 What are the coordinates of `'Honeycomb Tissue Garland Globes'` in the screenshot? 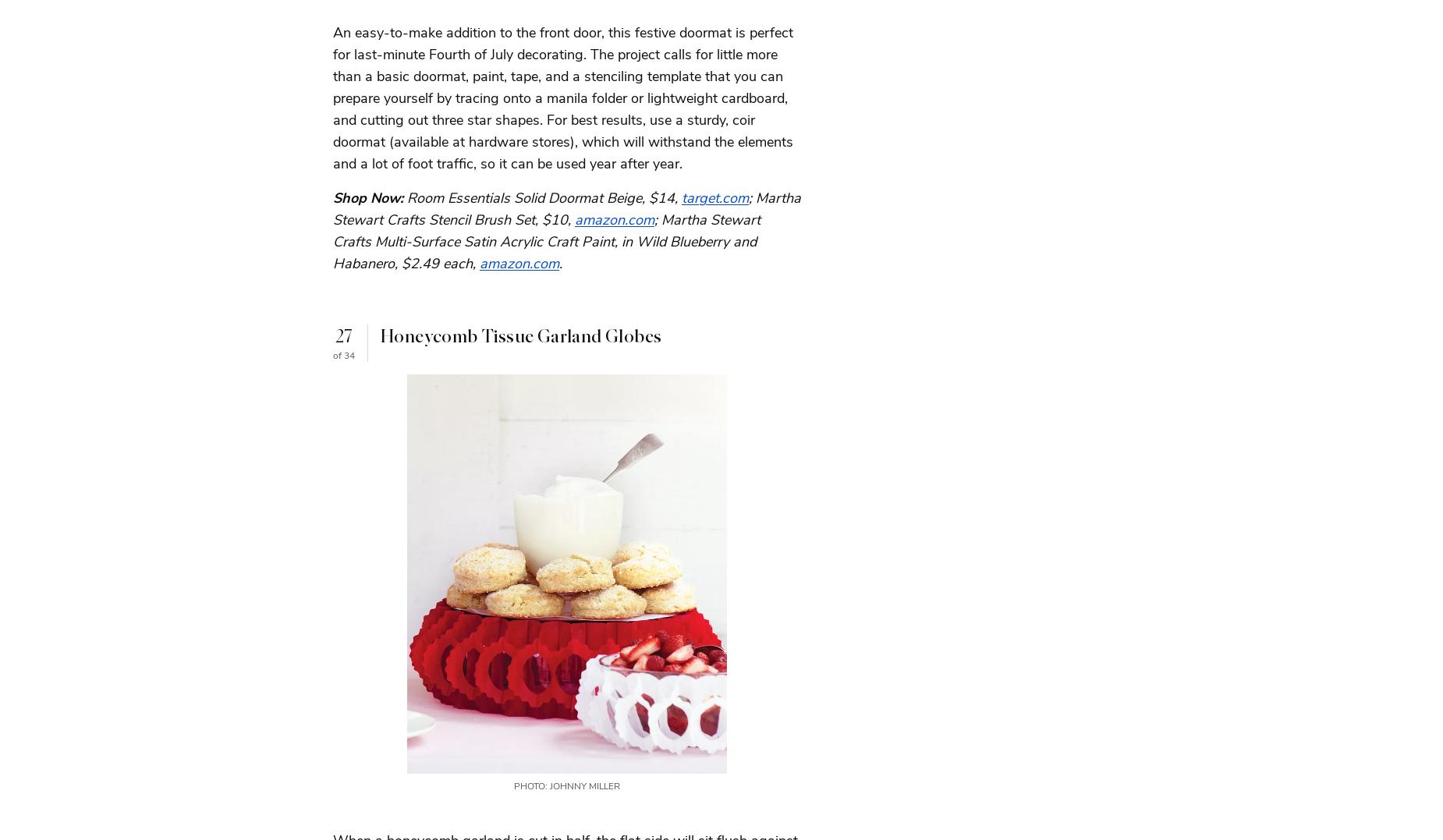 It's located at (521, 335).